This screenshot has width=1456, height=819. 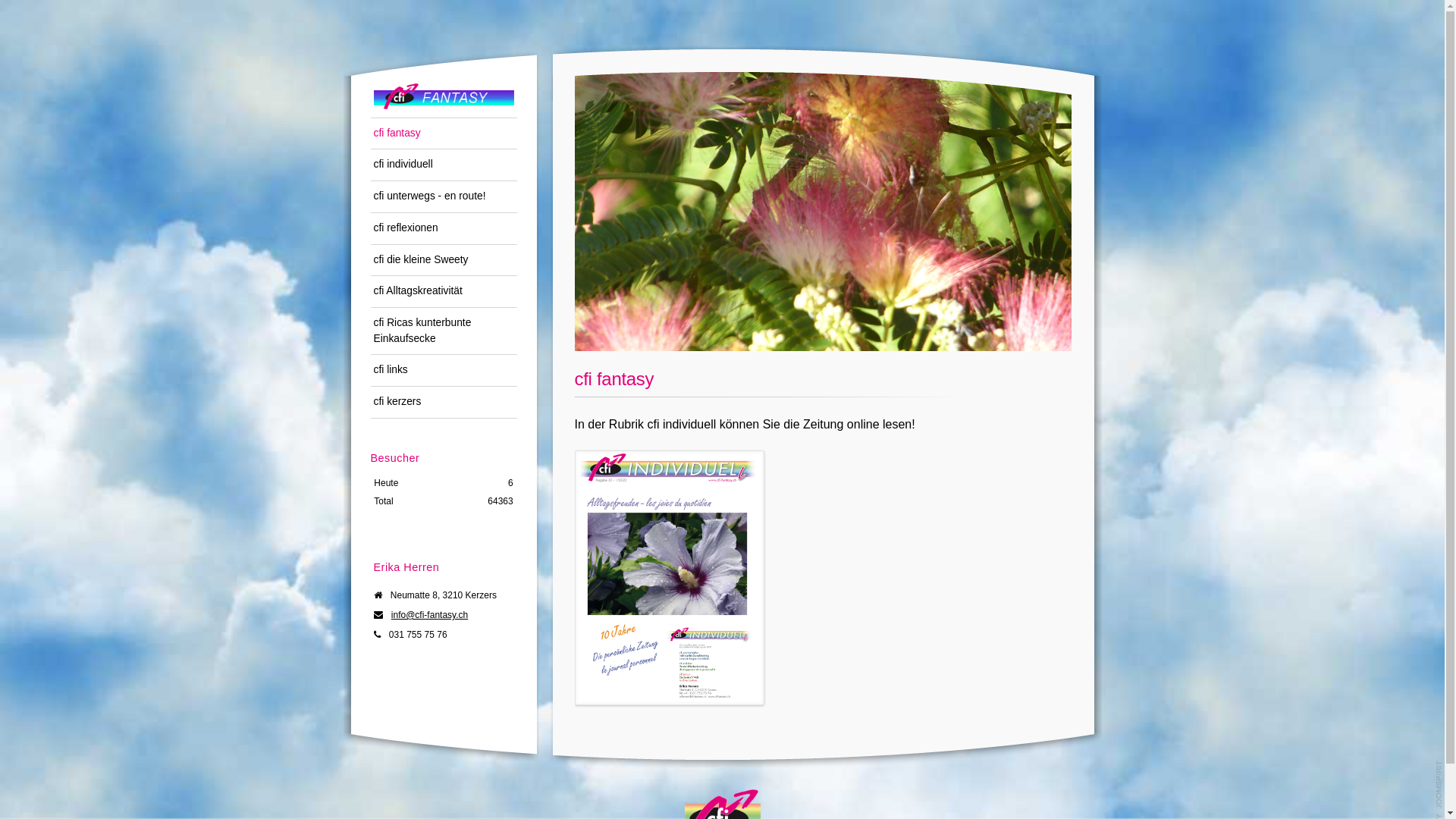 I want to click on 'cfi reflexionen', so click(x=442, y=227).